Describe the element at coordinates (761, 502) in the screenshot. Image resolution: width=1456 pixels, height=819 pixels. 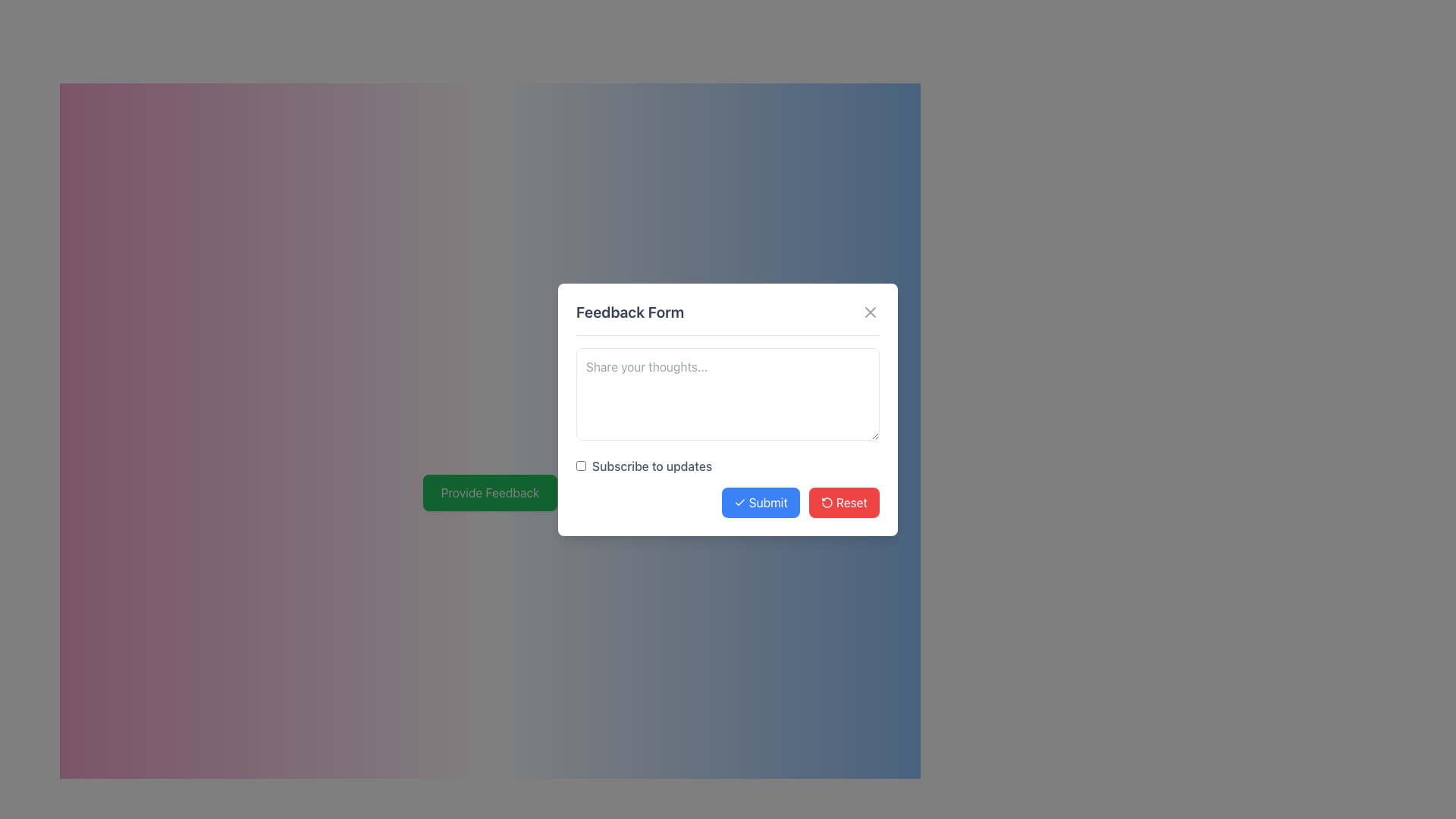
I see `the submission button located in the lower-right section of the 'Feedback Form' modal to observe the hover effect` at that location.